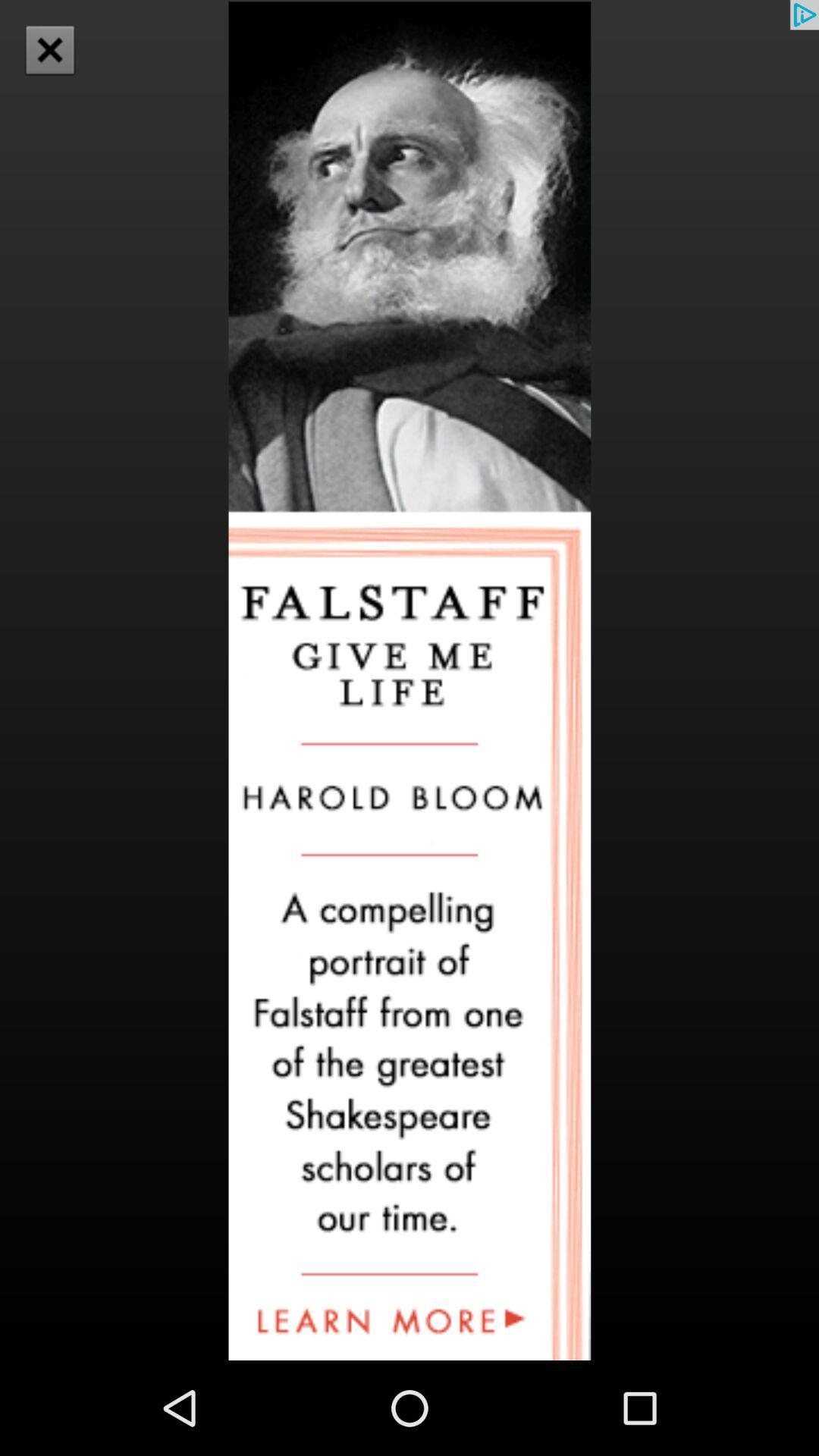 The width and height of the screenshot is (819, 1456). Describe the element at coordinates (49, 53) in the screenshot. I see `the close icon` at that location.